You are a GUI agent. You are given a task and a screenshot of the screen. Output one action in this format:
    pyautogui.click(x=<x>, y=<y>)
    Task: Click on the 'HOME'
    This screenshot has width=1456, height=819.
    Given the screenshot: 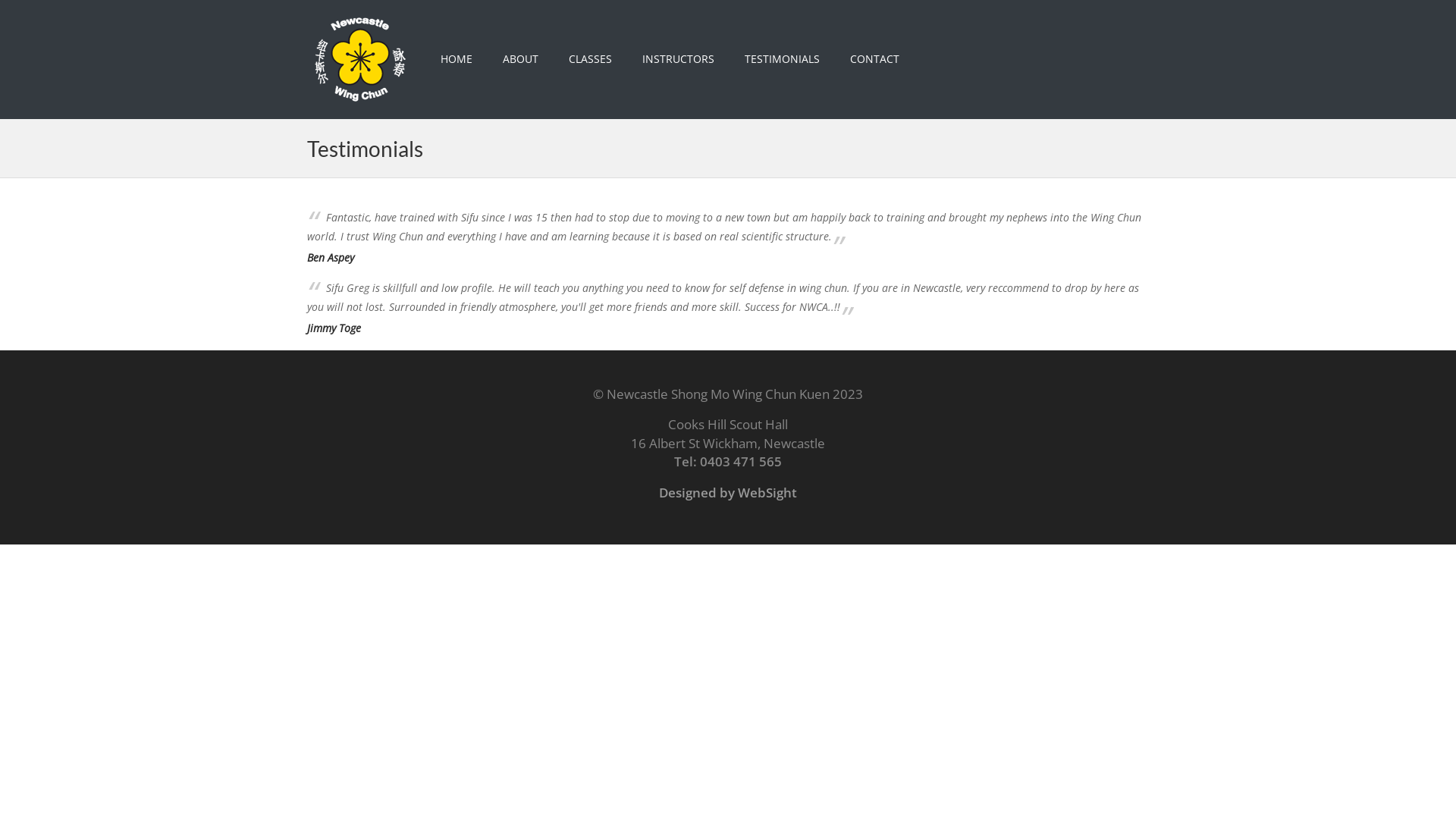 What is the action you would take?
    pyautogui.click(x=455, y=58)
    